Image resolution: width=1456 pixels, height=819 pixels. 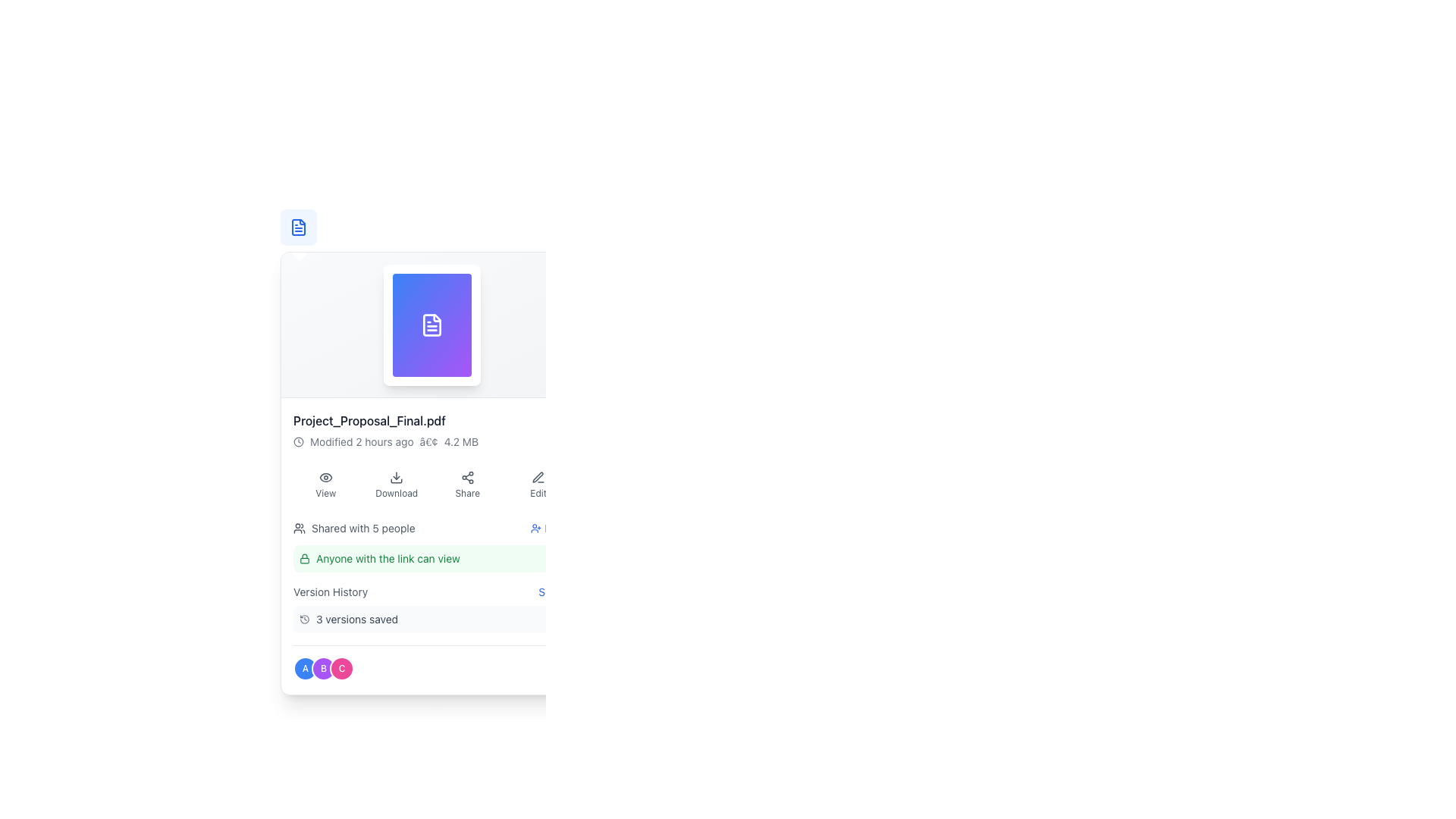 I want to click on the Text label that indicates the sharing status of the associated item, located to the right of an icon representing a group of people, so click(x=362, y=528).